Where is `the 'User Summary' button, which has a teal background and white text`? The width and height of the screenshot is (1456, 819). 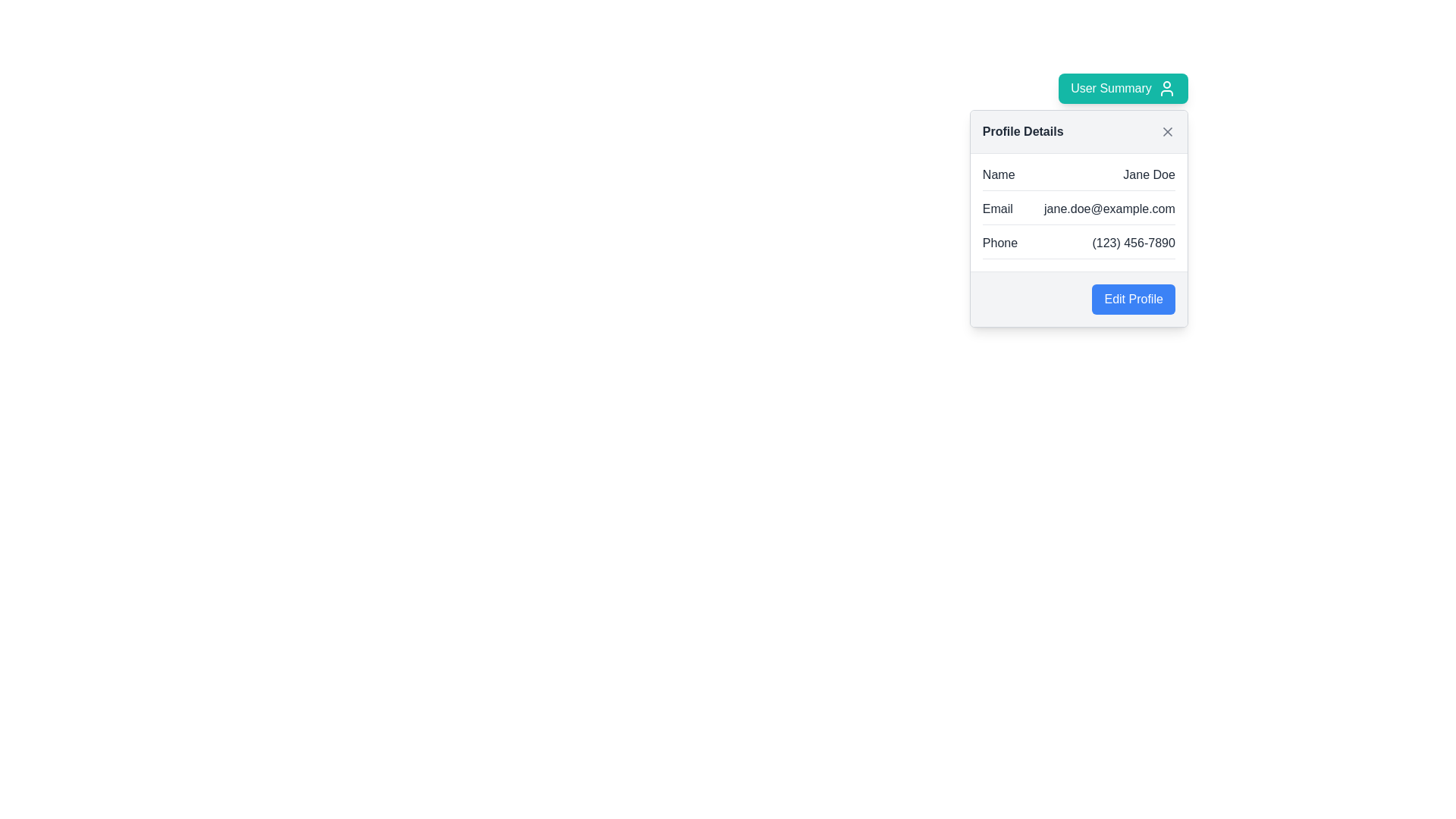 the 'User Summary' button, which has a teal background and white text is located at coordinates (1123, 88).